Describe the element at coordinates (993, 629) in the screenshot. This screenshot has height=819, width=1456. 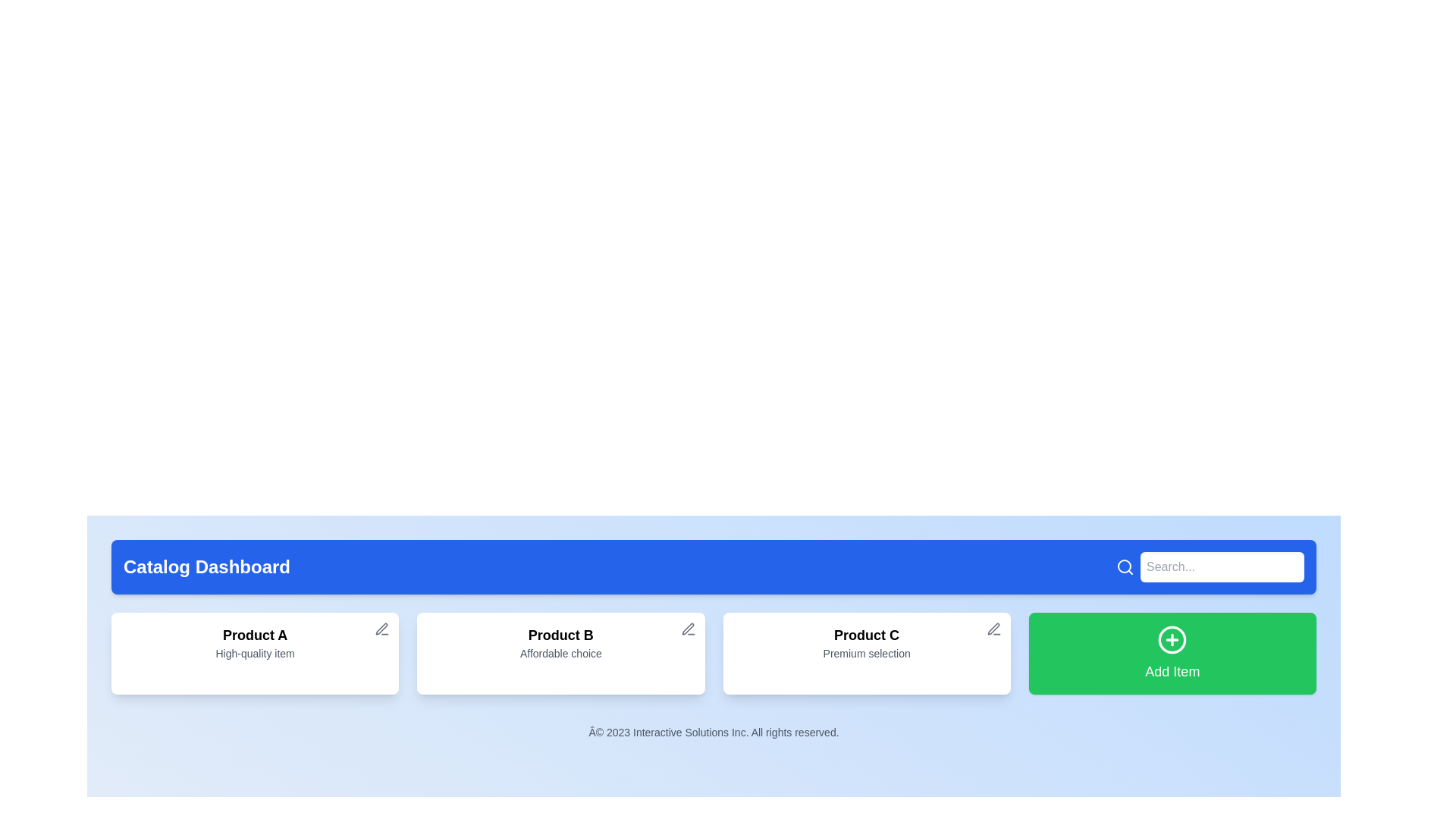
I see `the pen icon button located in the top-right corner of the 'Product C' card, which changes color to blue when hovered over` at that location.